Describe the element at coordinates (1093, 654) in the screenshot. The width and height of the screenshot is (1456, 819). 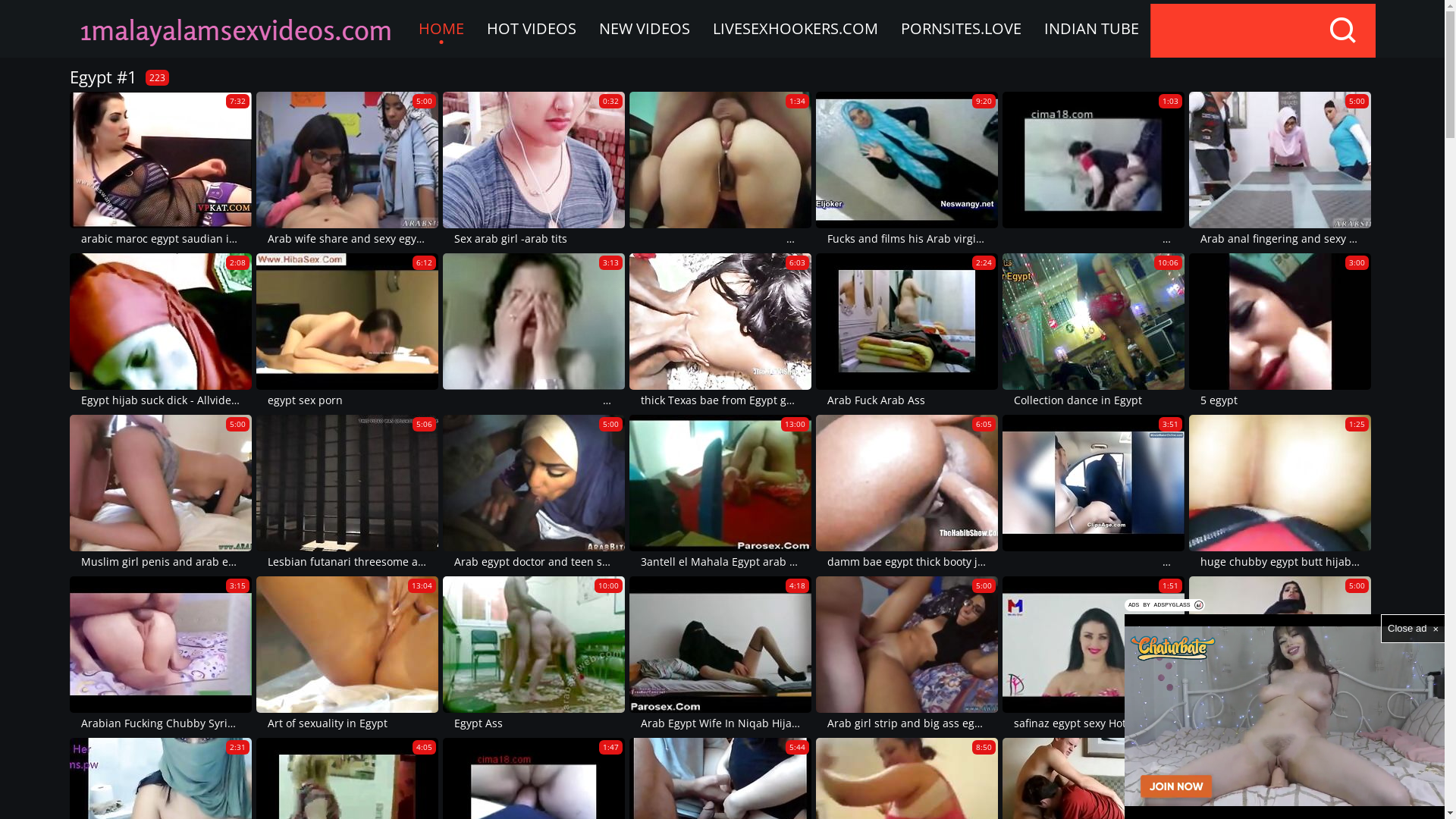
I see `'1:51` at that location.